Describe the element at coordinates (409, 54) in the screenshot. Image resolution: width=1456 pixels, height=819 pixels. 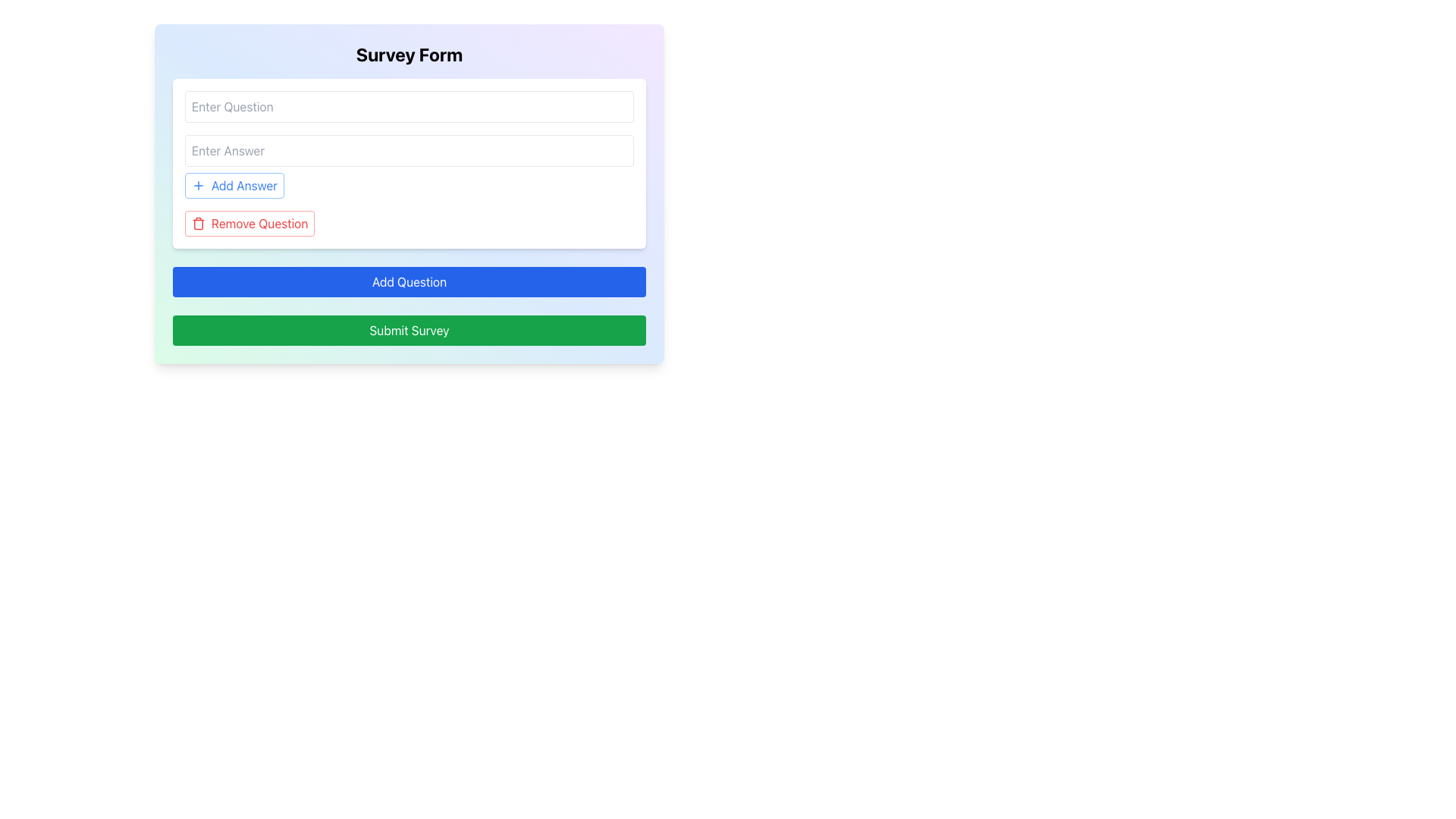
I see `the static text heading at the top of the survey form, which serves as the title or header, clearly identifying the form's purpose` at that location.